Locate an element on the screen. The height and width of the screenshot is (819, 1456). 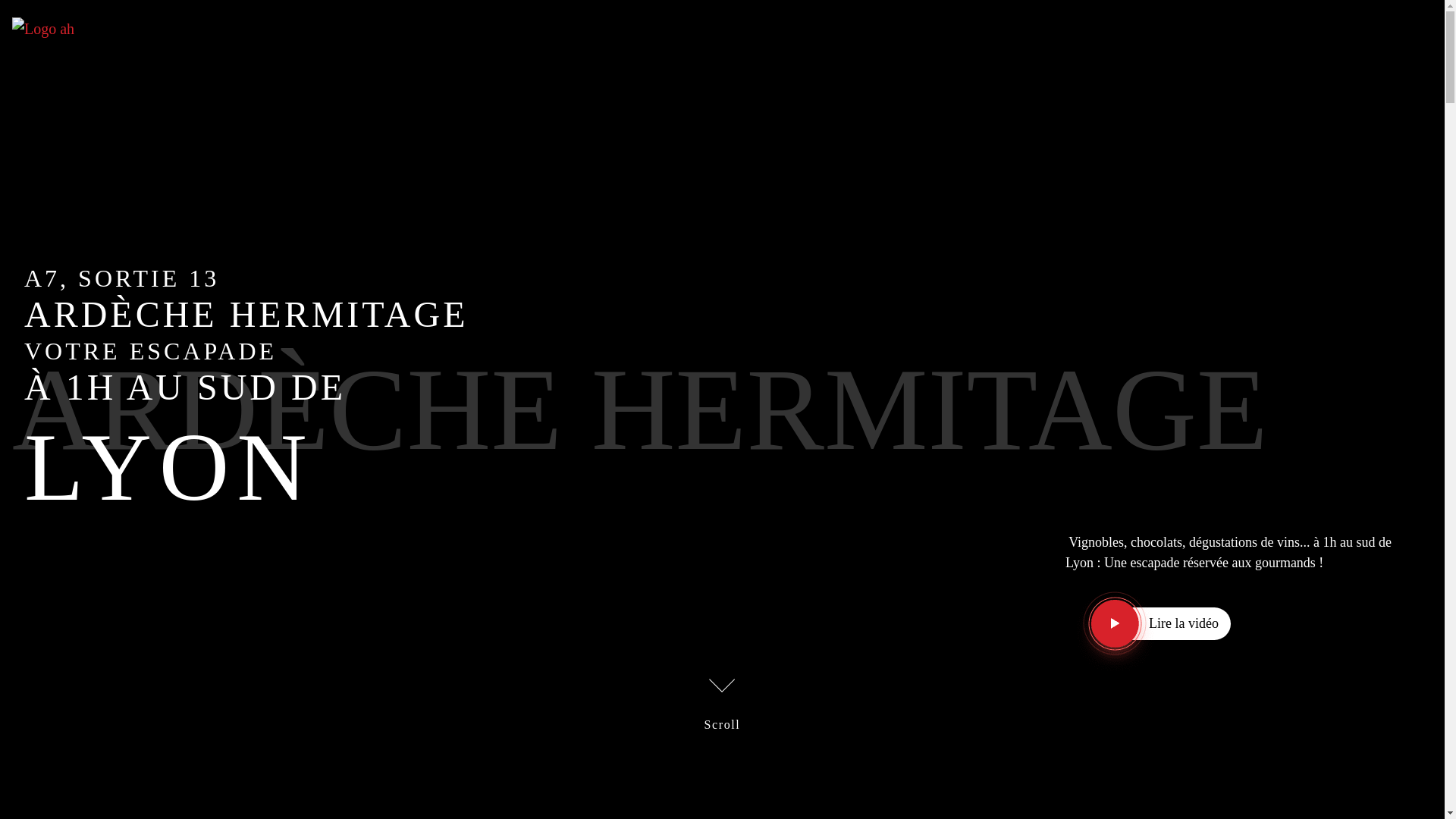
'Scroll' is located at coordinates (722, 701).